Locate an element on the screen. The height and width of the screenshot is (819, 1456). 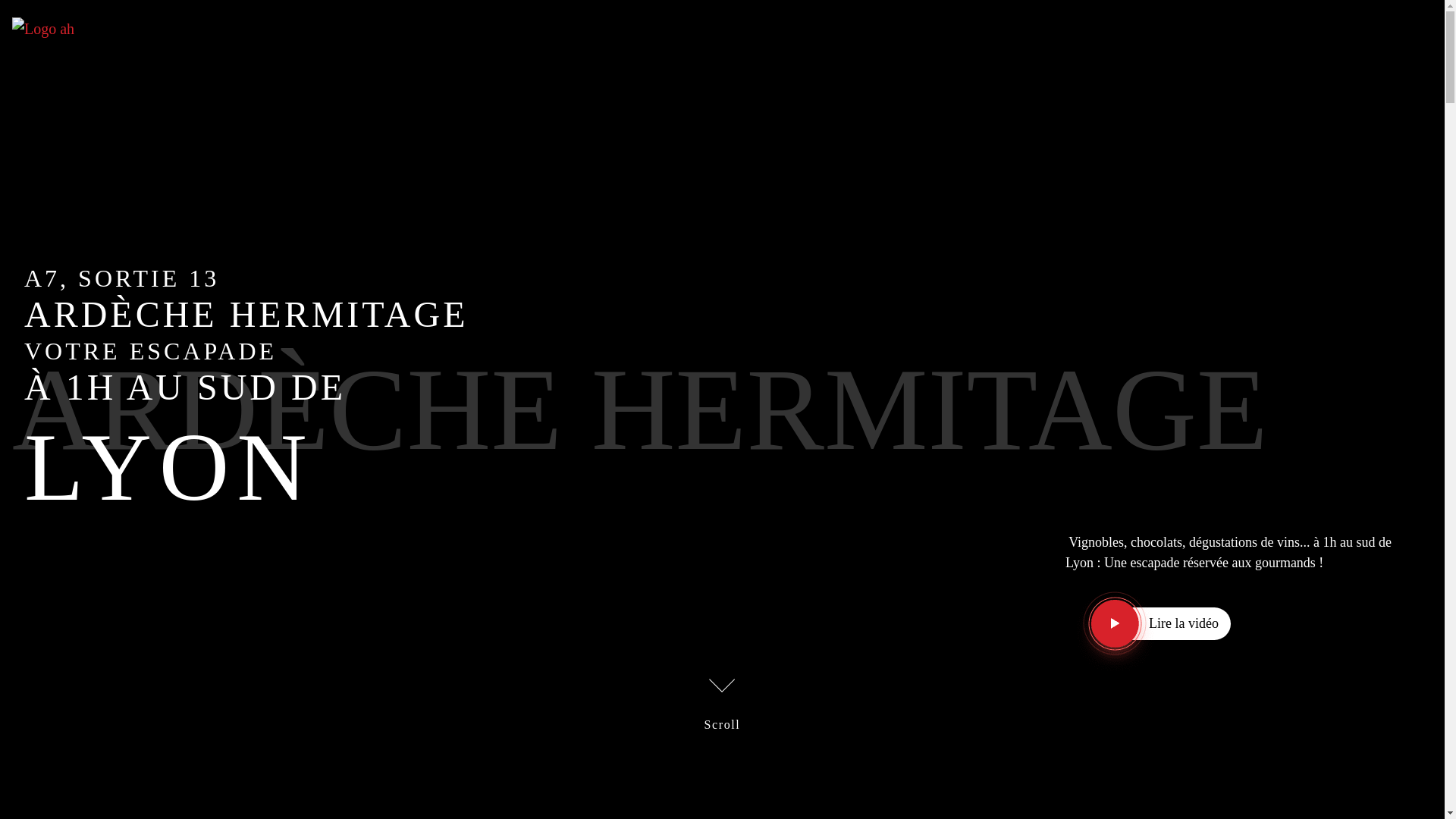
'Scroll' is located at coordinates (722, 701).